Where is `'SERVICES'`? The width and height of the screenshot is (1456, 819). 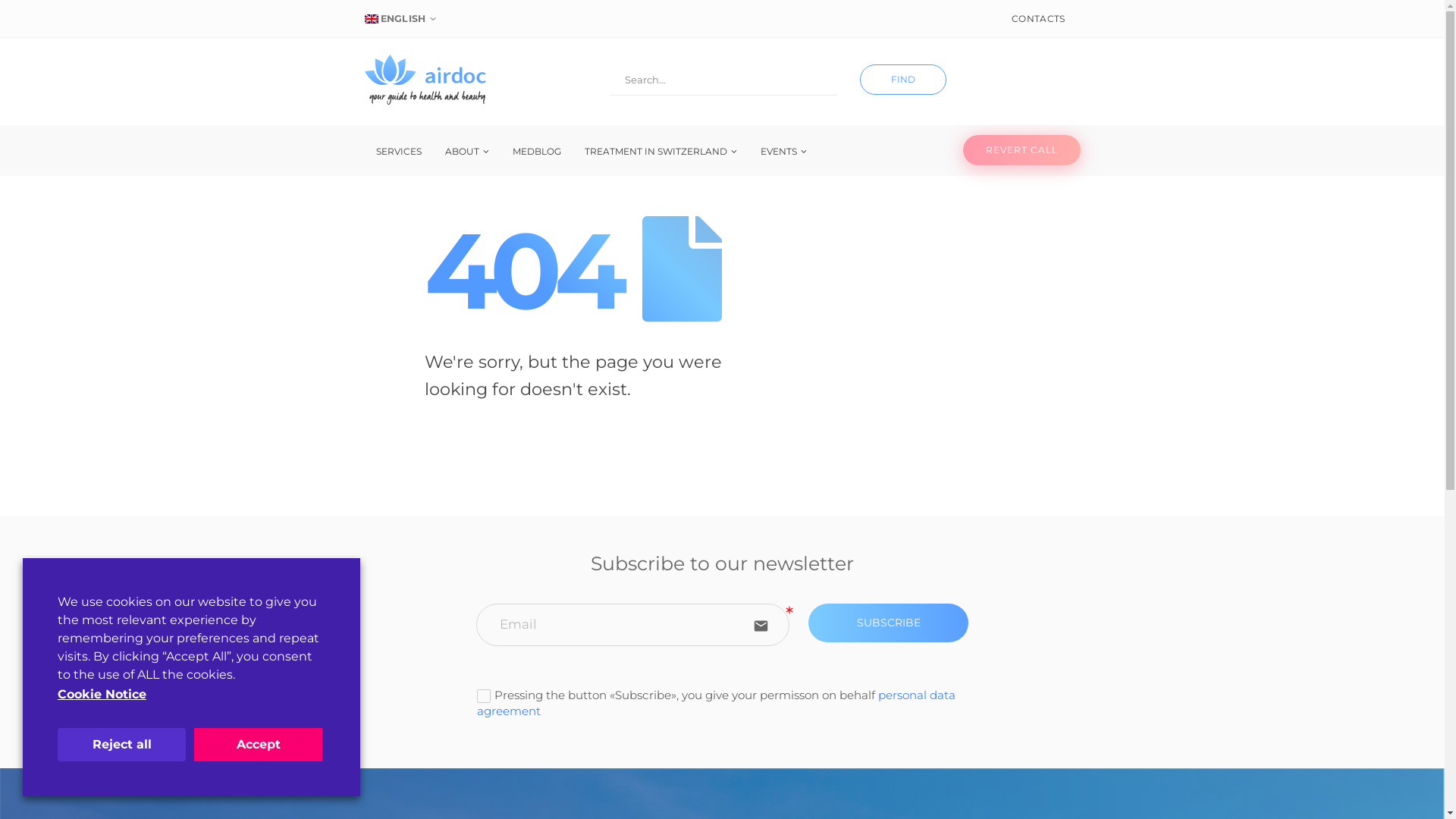
'SERVICES' is located at coordinates (397, 152).